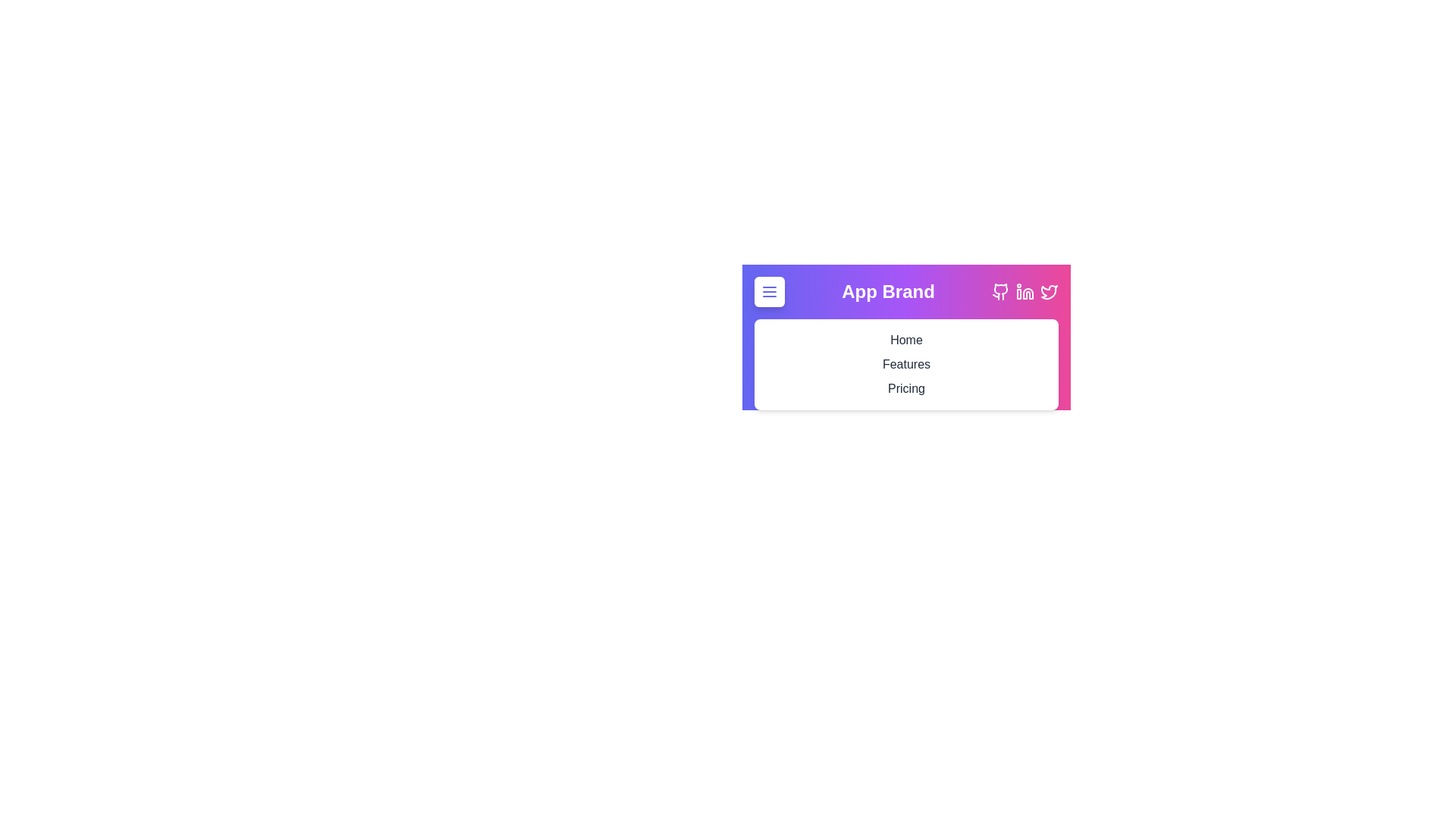 The image size is (1456, 819). What do you see at coordinates (1048, 292) in the screenshot?
I see `the Twitter icon button` at bounding box center [1048, 292].